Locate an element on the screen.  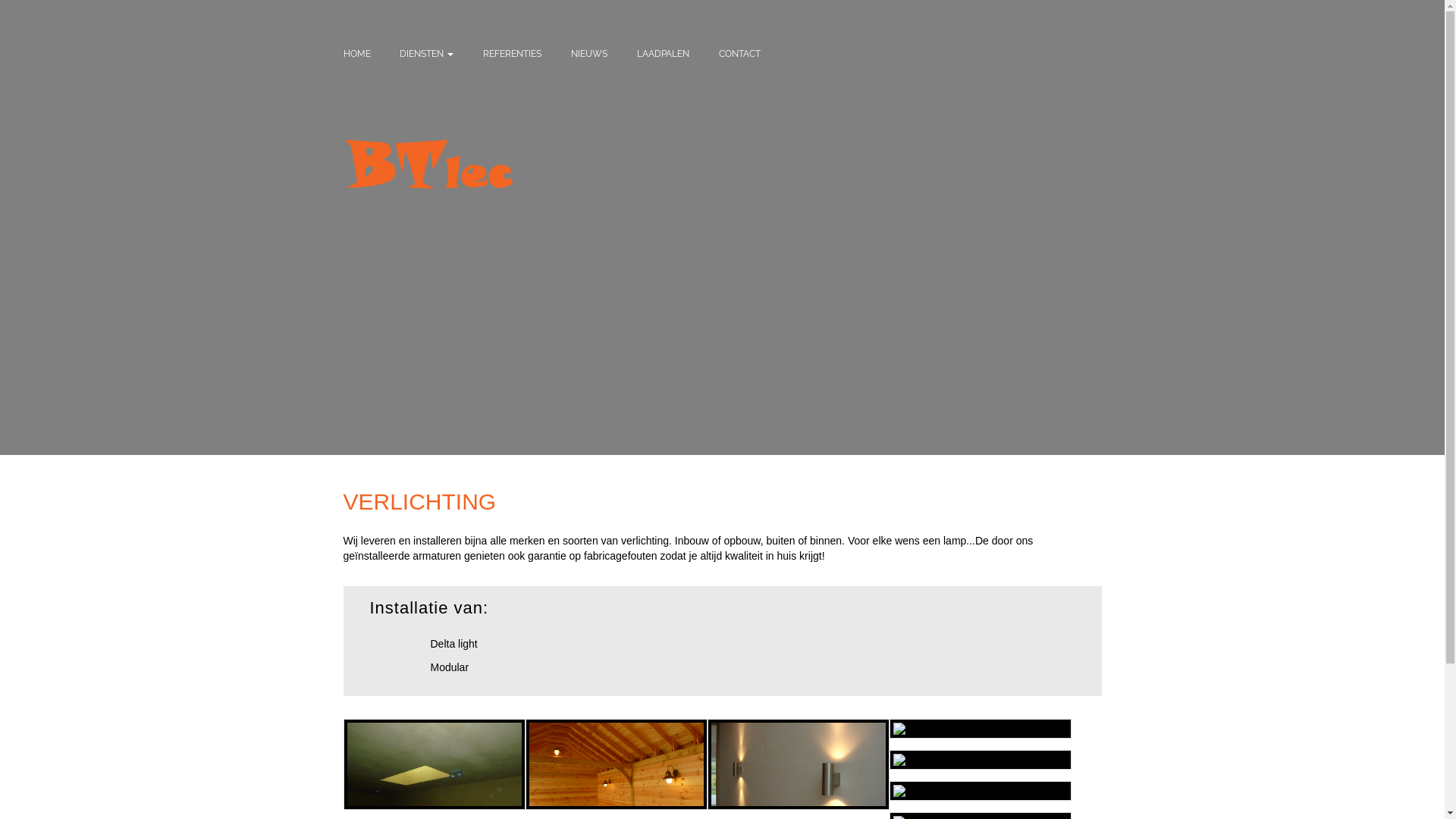
'NIEUWS' is located at coordinates (588, 52).